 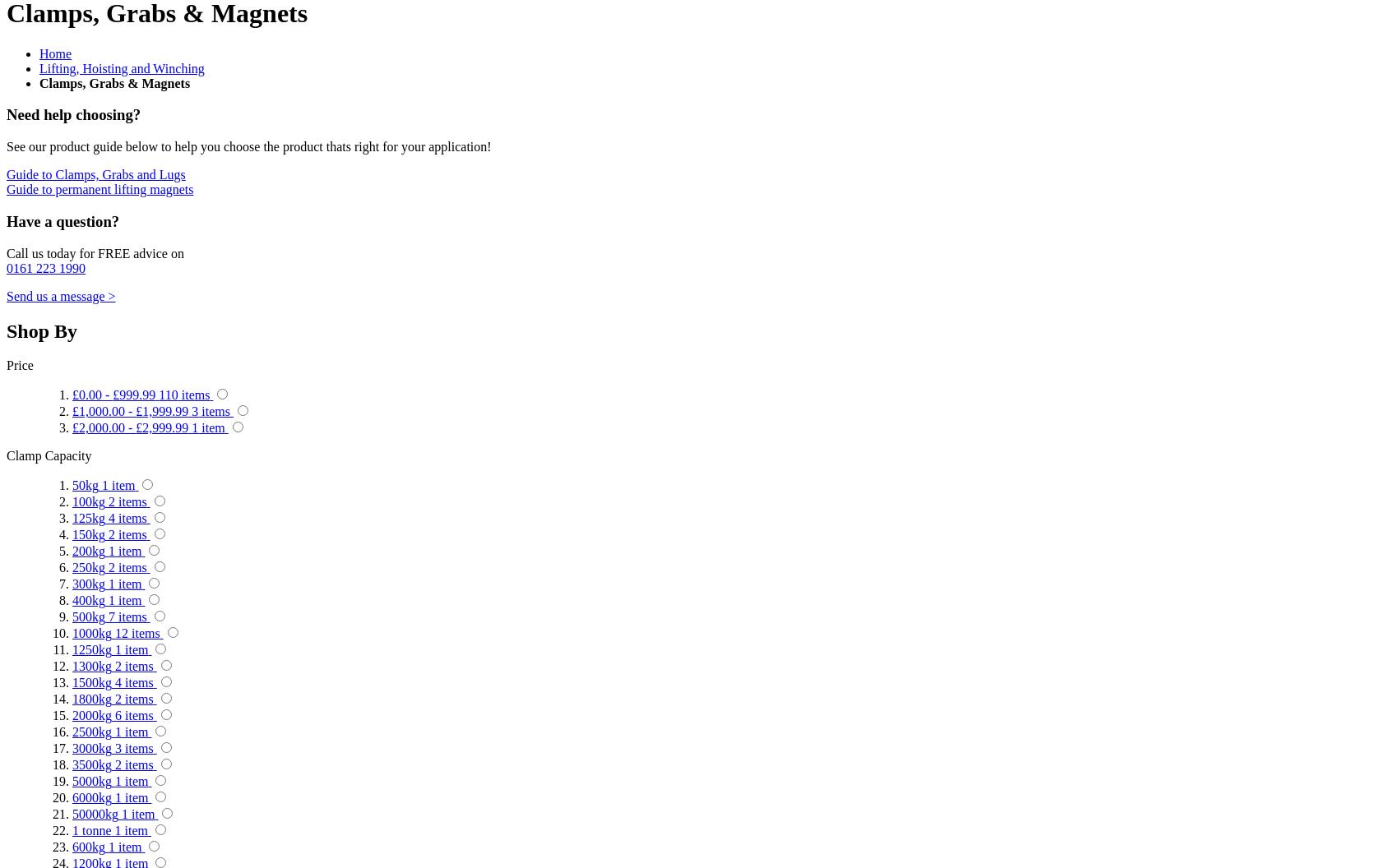 What do you see at coordinates (91, 781) in the screenshot?
I see `'5000kg'` at bounding box center [91, 781].